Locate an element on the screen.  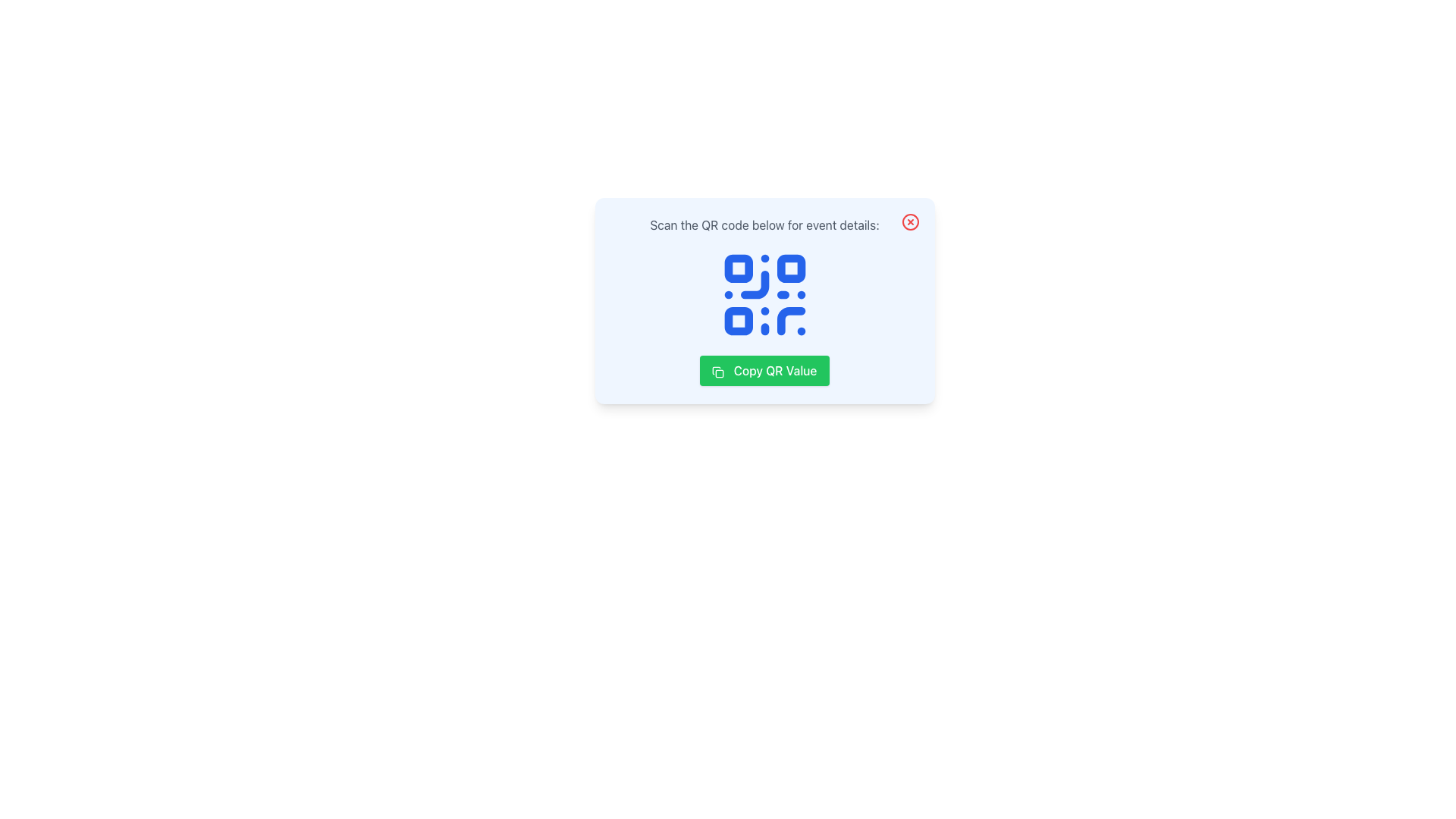
the close button located at the top-right corner of the blue card containing QR-related content is located at coordinates (910, 222).